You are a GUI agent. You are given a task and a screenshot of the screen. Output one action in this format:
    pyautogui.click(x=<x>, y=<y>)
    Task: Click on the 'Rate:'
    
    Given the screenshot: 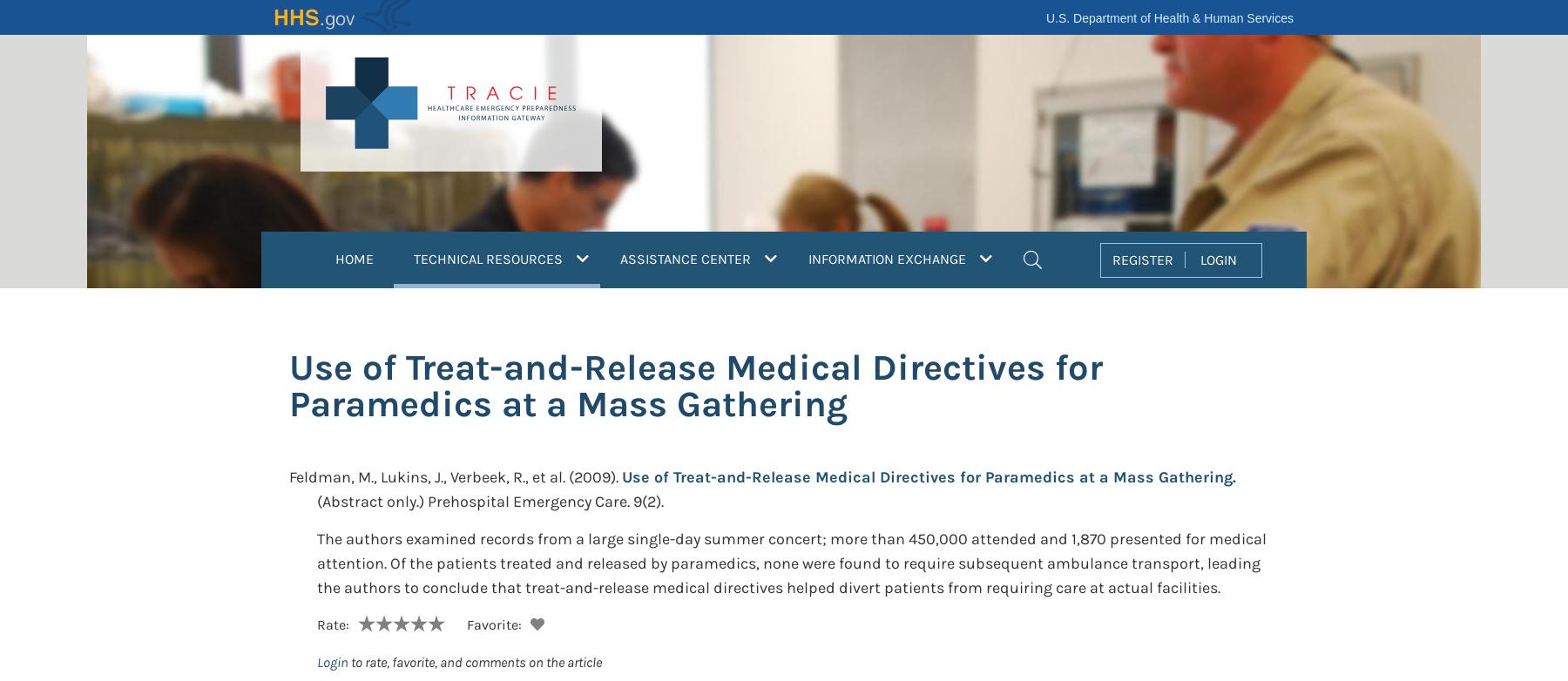 What is the action you would take?
    pyautogui.click(x=333, y=624)
    